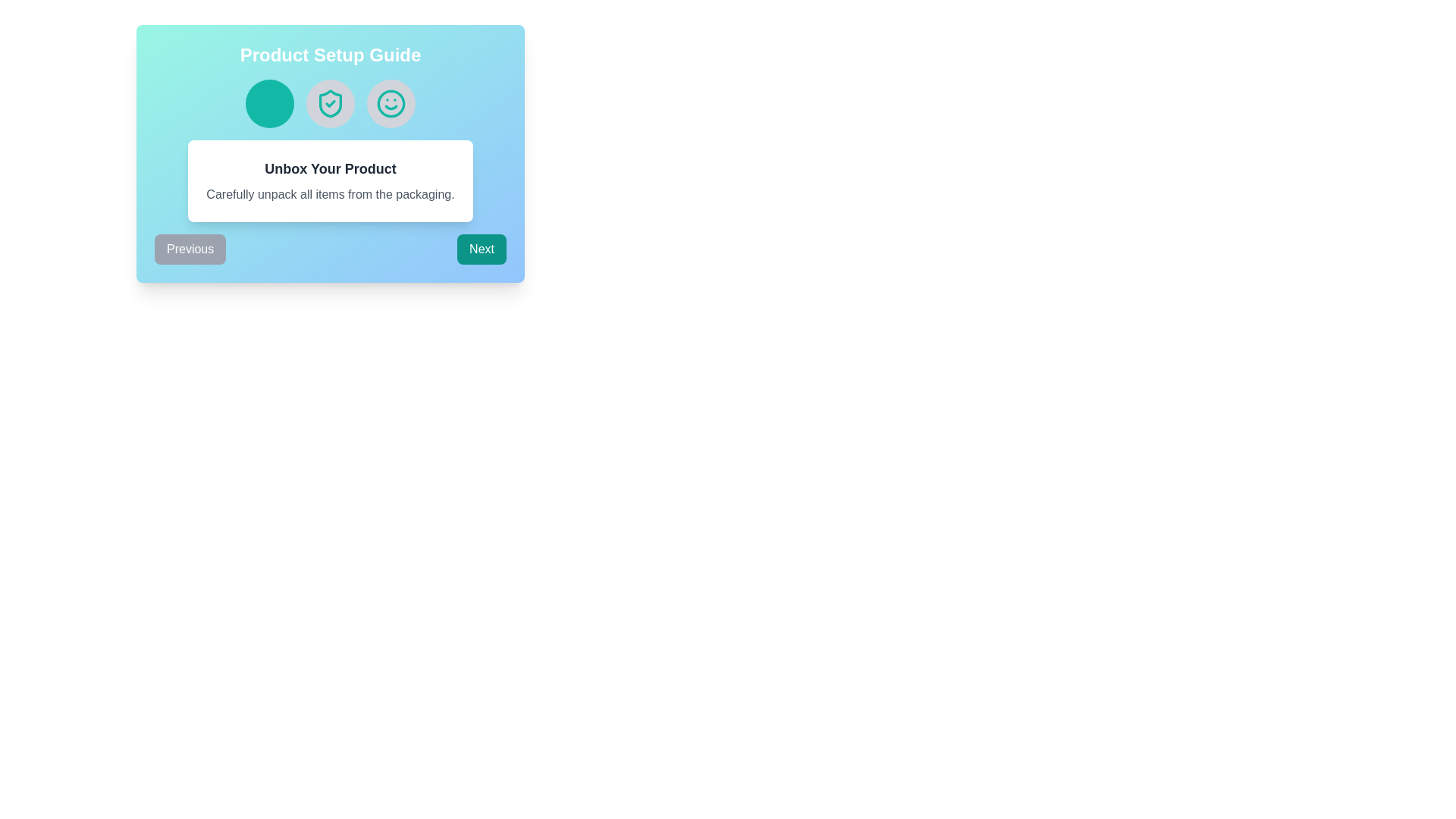 Image resolution: width=1456 pixels, height=819 pixels. What do you see at coordinates (330, 194) in the screenshot?
I see `the descriptive text that reads 'Carefully unpack all items from the packaging.' which is located beneath the title 'Unbox Your Product'` at bounding box center [330, 194].